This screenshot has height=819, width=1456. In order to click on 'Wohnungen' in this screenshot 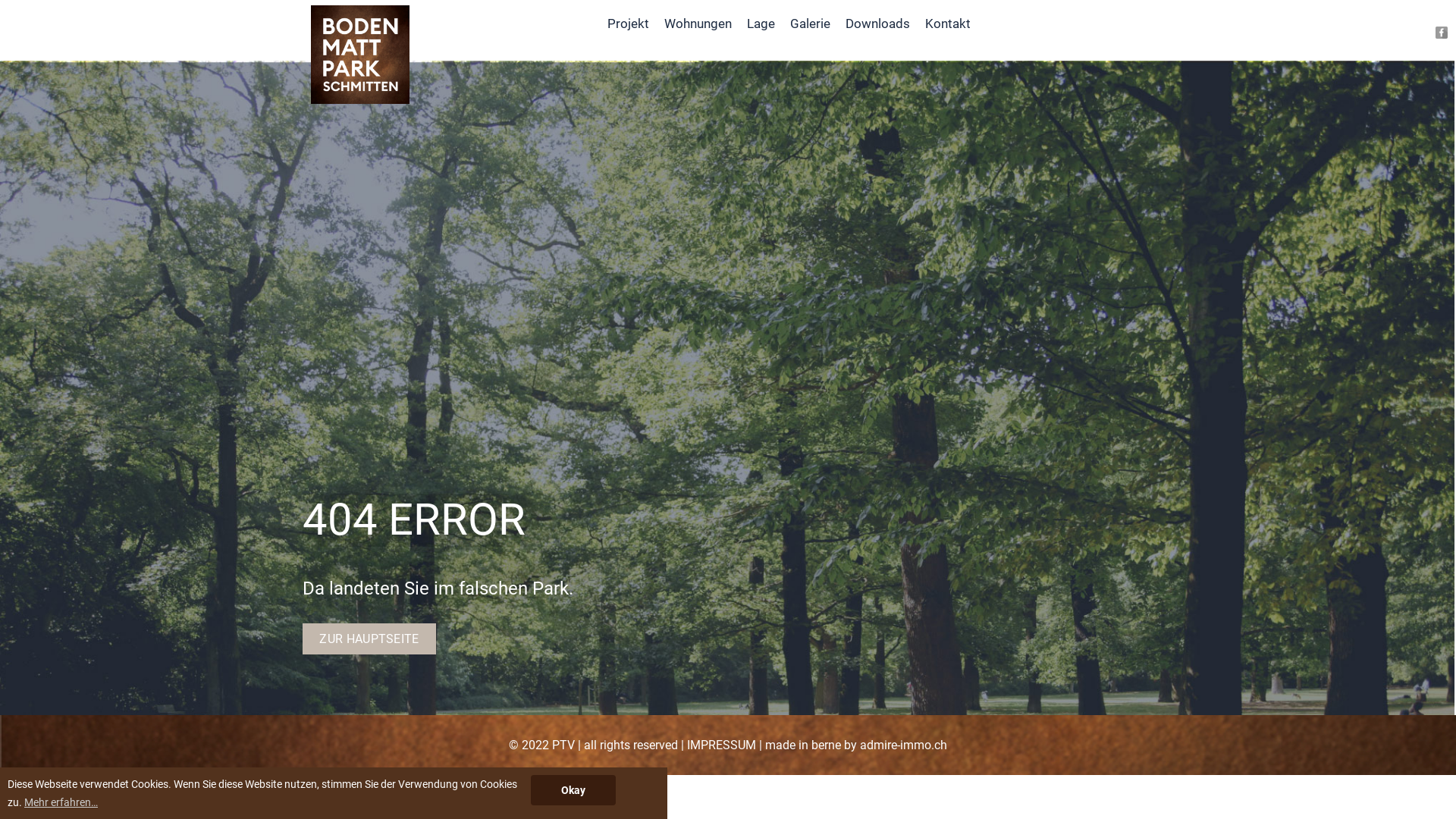, I will do `click(656, 23)`.